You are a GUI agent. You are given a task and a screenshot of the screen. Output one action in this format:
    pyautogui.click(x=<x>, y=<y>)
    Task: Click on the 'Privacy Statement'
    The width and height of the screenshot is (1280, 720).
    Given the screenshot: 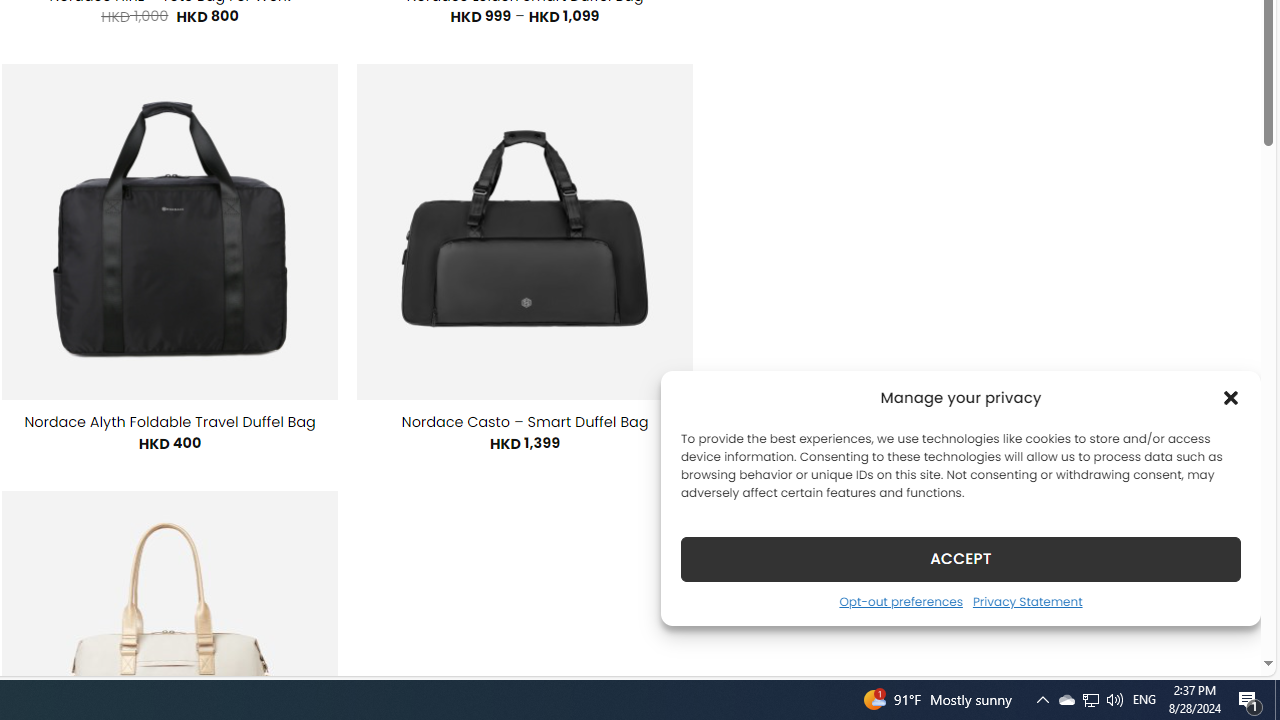 What is the action you would take?
    pyautogui.click(x=1027, y=600)
    